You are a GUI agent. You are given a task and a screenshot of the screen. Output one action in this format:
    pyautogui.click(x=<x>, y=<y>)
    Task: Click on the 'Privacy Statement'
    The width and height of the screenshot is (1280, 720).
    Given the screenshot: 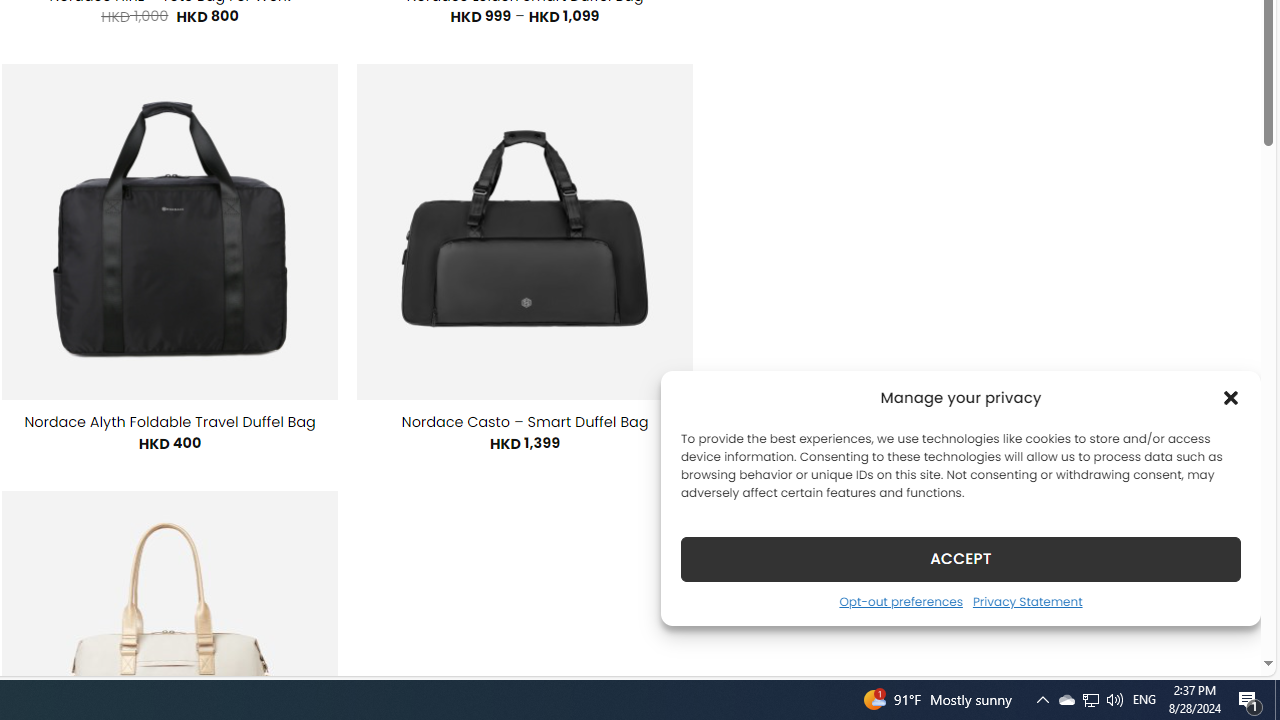 What is the action you would take?
    pyautogui.click(x=1027, y=600)
    